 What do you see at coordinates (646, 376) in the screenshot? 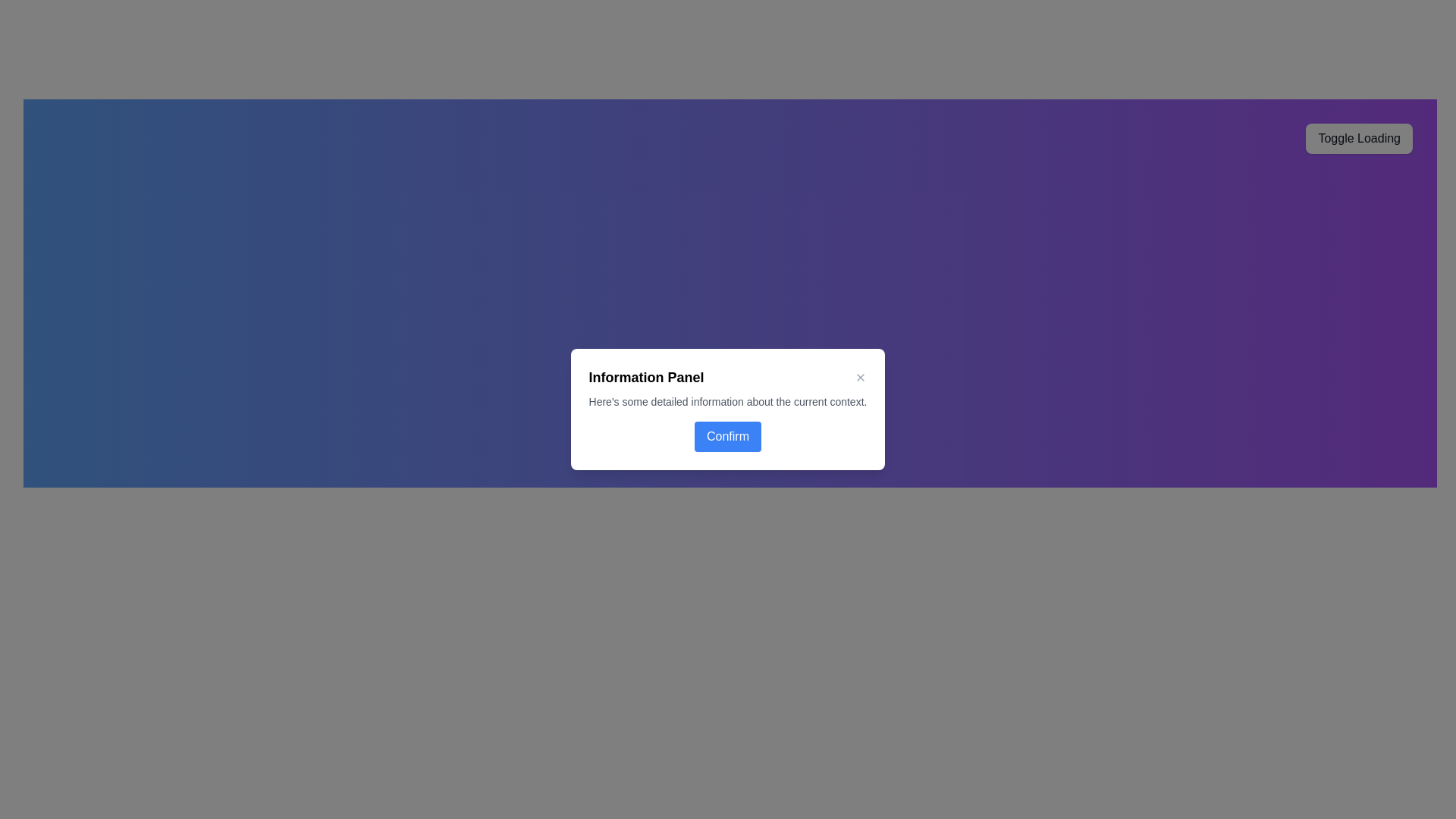
I see `text label displaying 'Information Panel' in bold, black font located at the top of the dialog box` at bounding box center [646, 376].